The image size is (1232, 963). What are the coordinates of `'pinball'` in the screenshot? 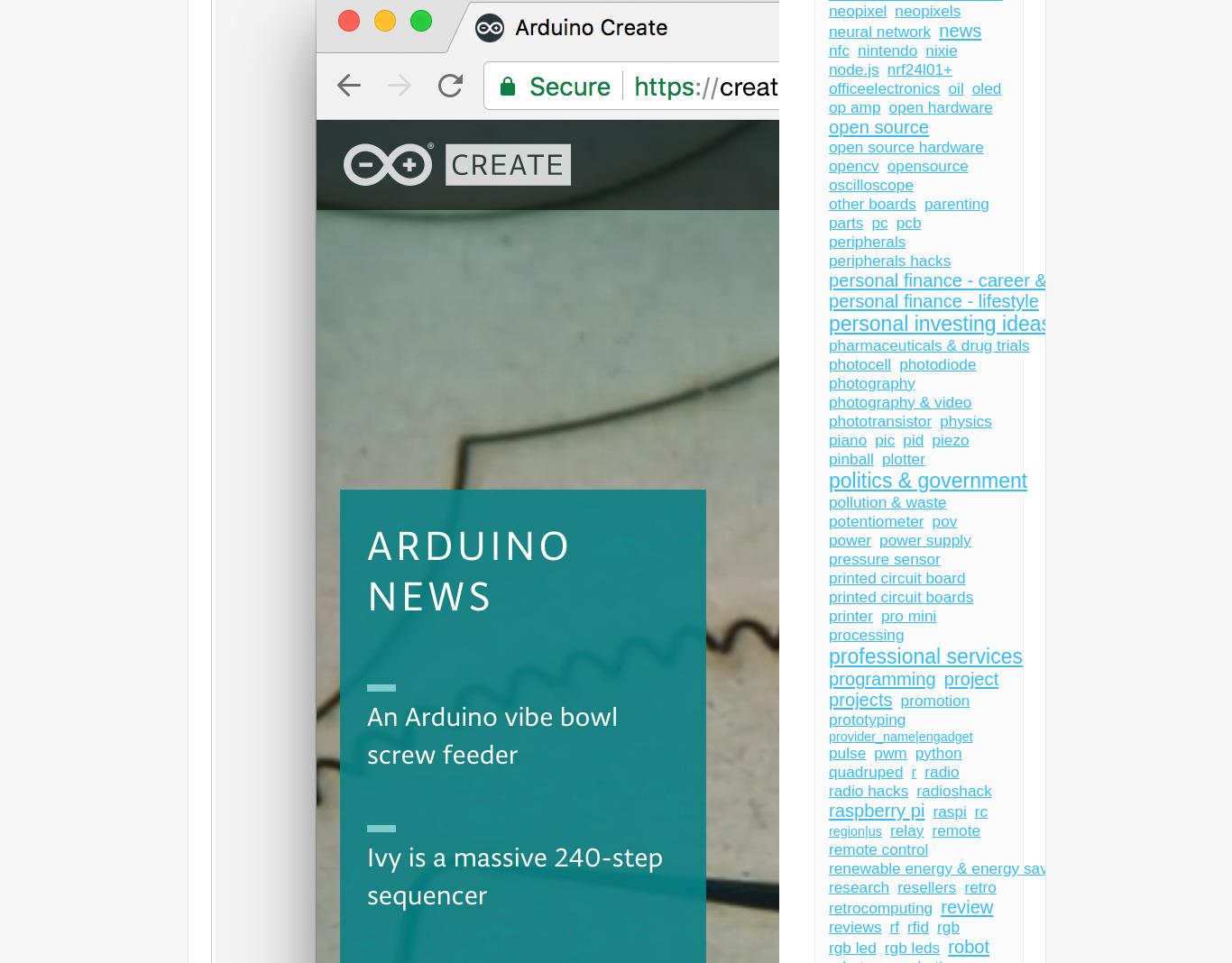 It's located at (829, 459).